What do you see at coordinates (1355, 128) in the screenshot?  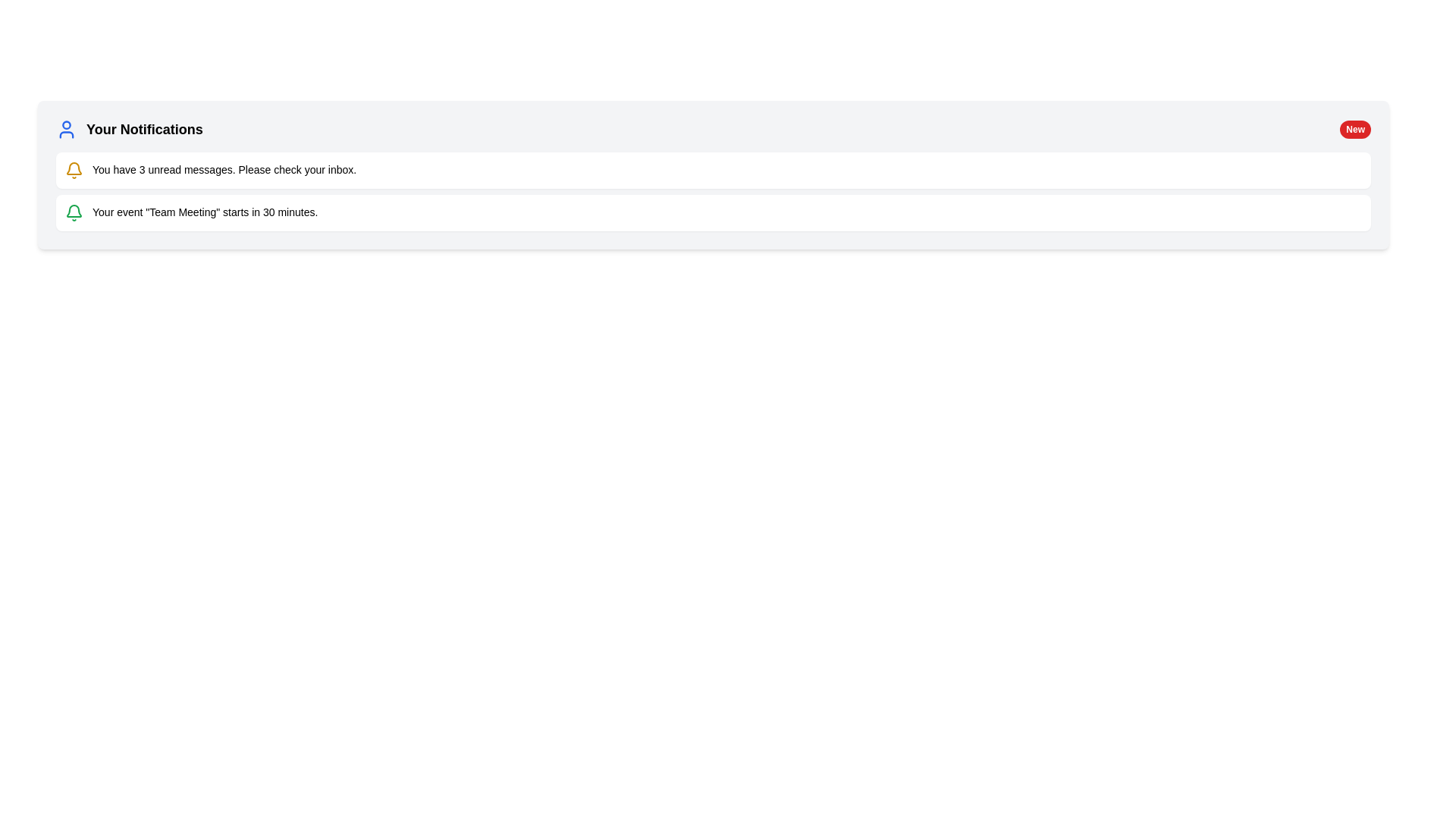 I see `the content of the Badge element, which is a red rounded rectangle containing the text 'New' in white, styled with bold fonts, located at the far right of the header section labeled 'Your Notifications'` at bounding box center [1355, 128].